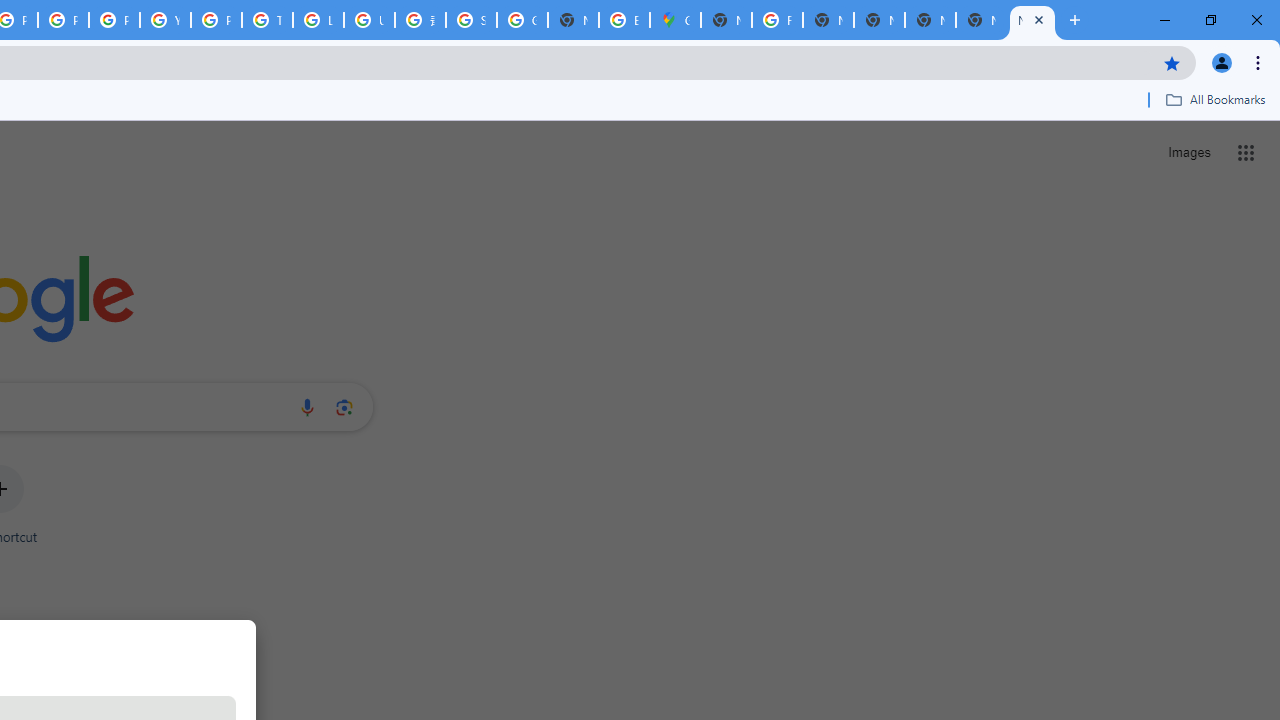 The height and width of the screenshot is (720, 1280). Describe the element at coordinates (675, 20) in the screenshot. I see `'Google Maps'` at that location.